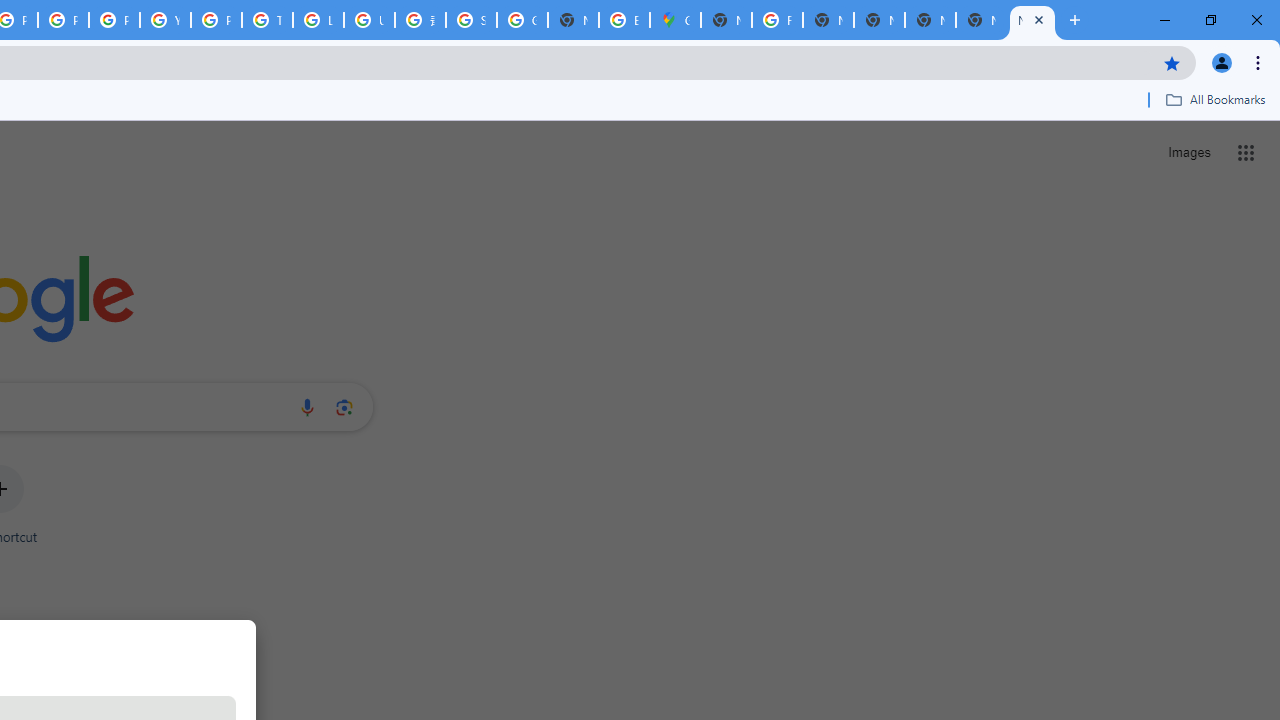 The height and width of the screenshot is (720, 1280). Describe the element at coordinates (675, 20) in the screenshot. I see `'Google Maps'` at that location.